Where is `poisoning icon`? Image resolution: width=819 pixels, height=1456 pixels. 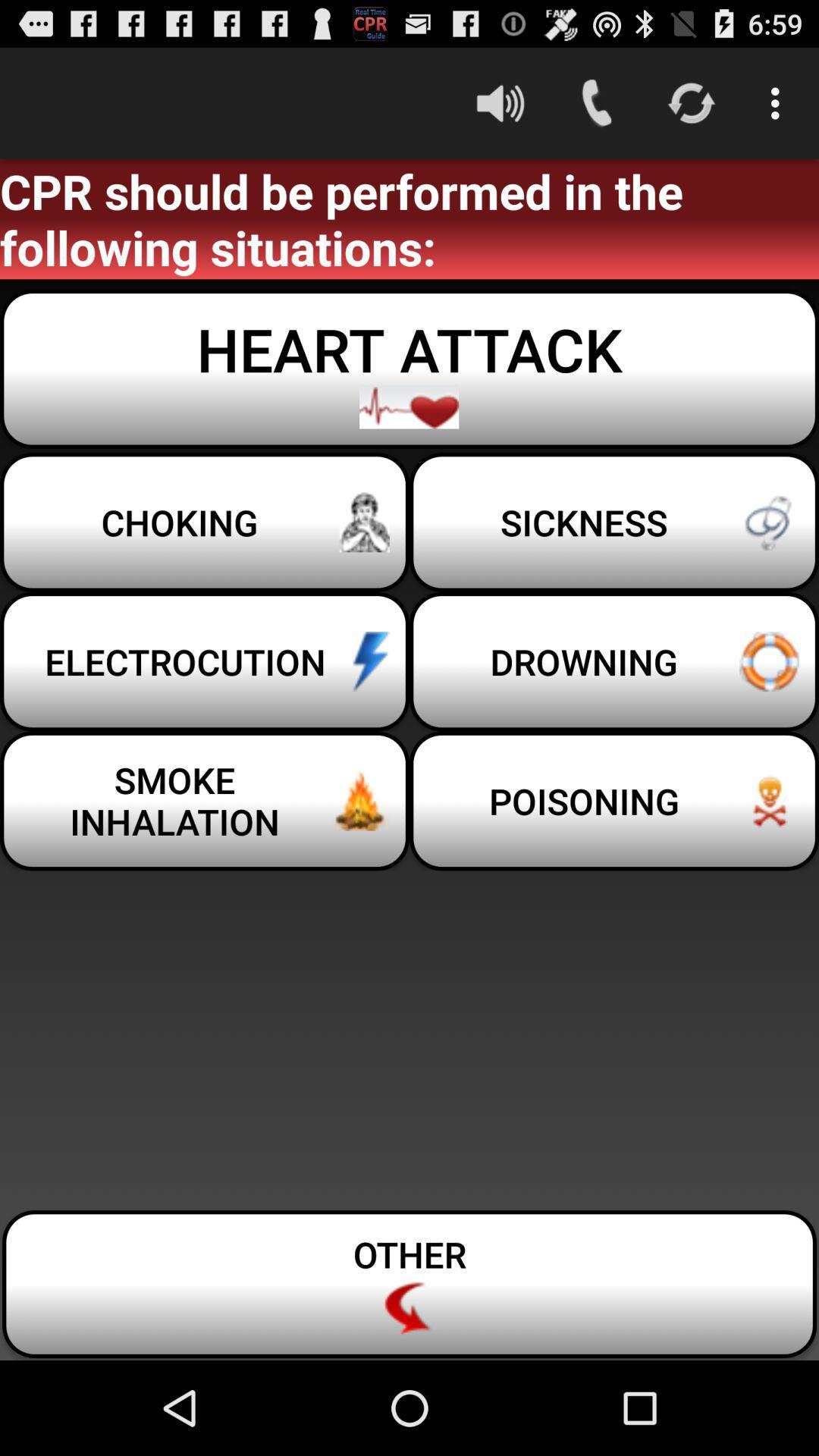
poisoning icon is located at coordinates (614, 800).